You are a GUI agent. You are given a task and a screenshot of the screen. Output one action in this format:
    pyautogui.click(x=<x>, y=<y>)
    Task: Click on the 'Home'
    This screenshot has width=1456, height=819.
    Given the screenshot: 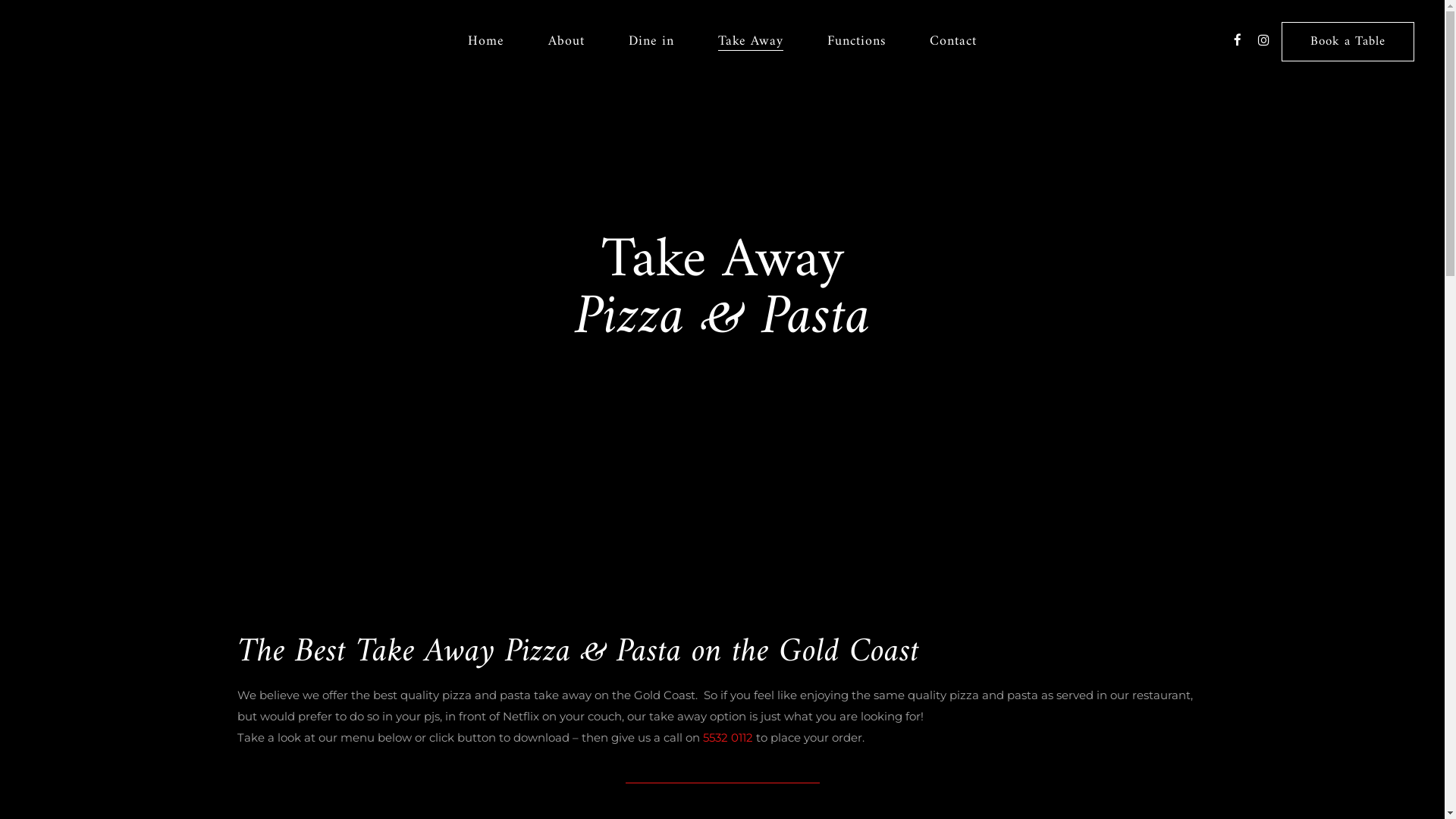 What is the action you would take?
    pyautogui.click(x=445, y=40)
    